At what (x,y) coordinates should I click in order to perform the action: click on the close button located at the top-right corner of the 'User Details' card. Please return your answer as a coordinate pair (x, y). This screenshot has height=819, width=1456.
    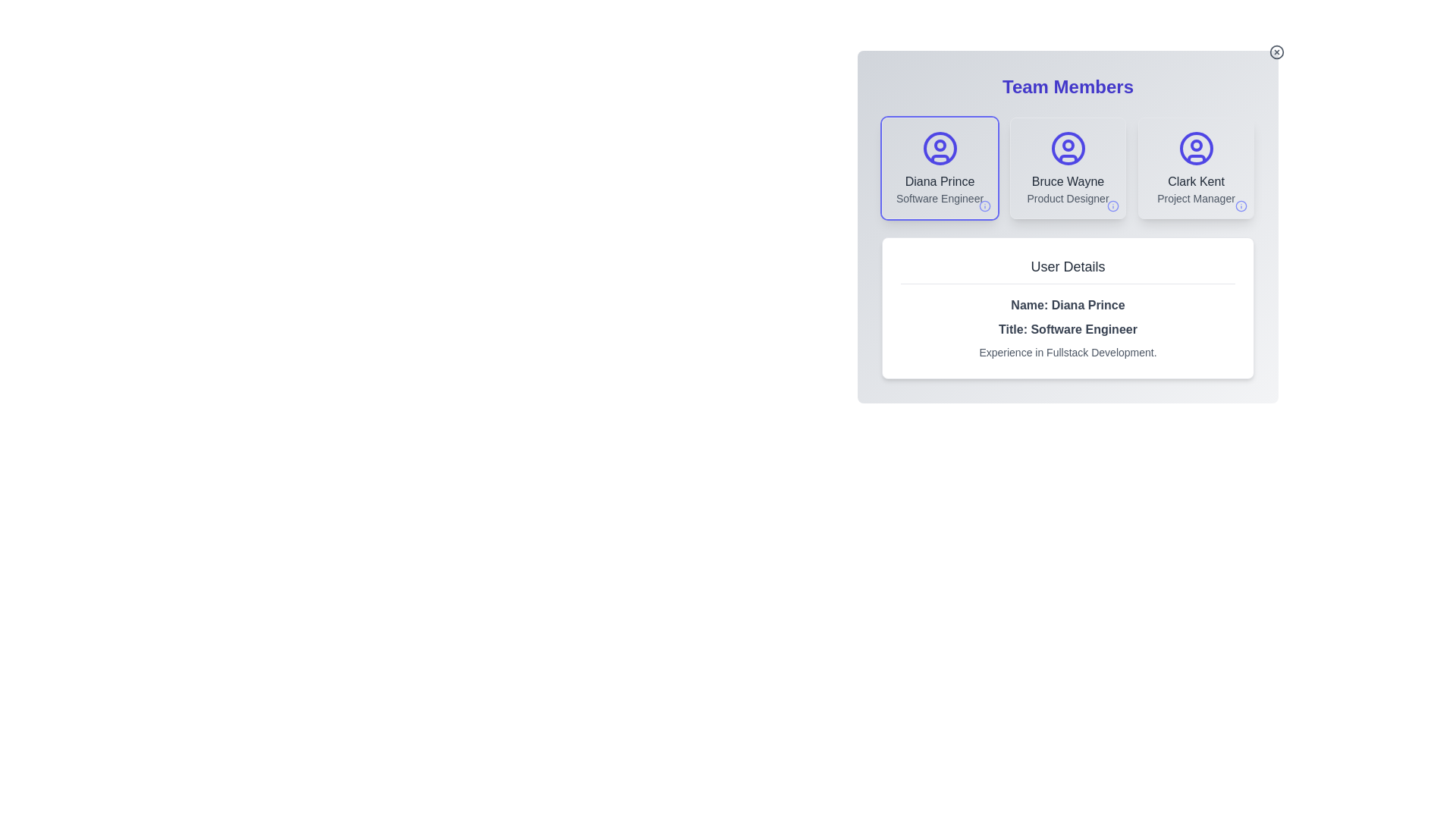
    Looking at the image, I should click on (1276, 52).